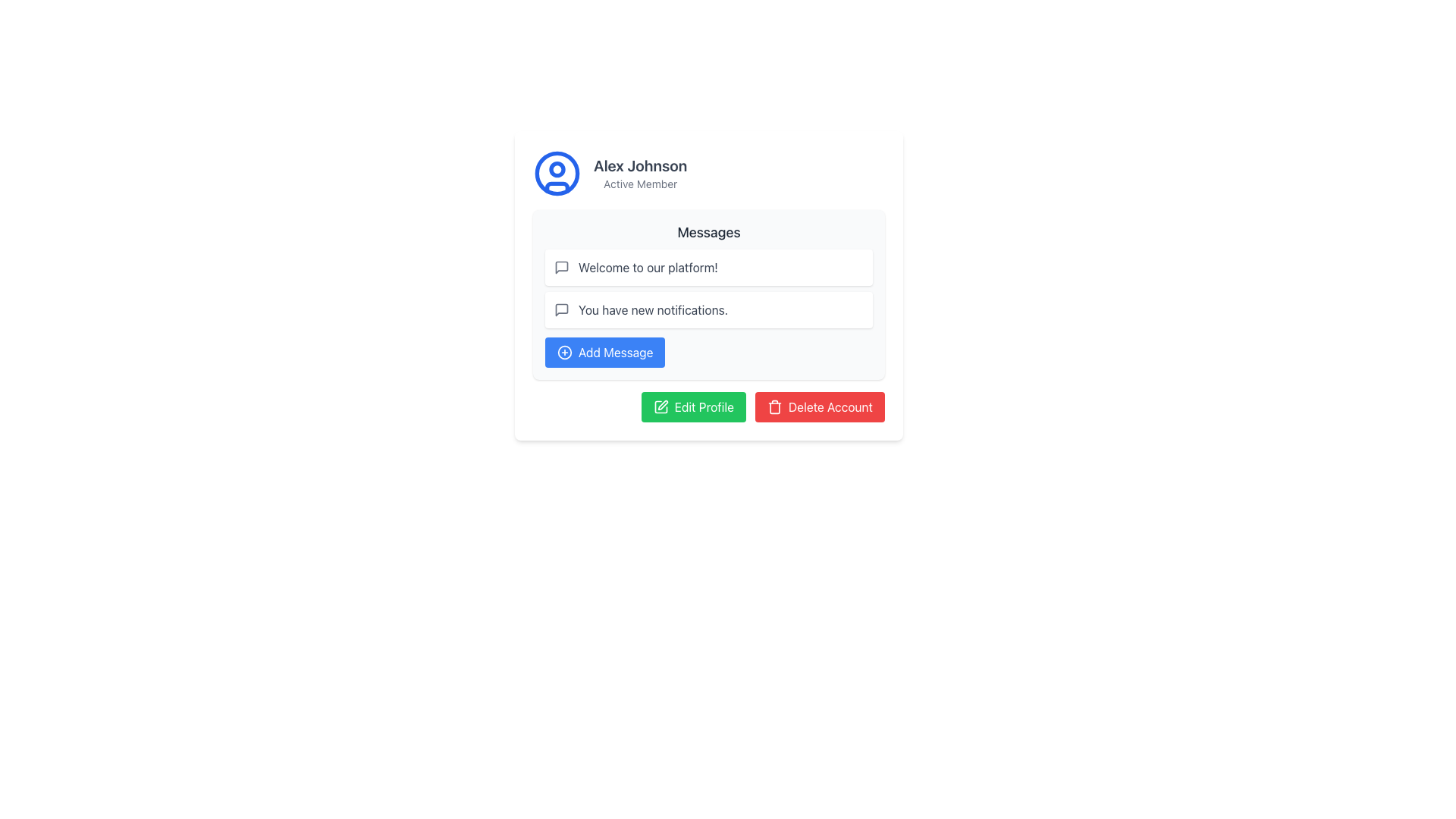 Image resolution: width=1456 pixels, height=819 pixels. What do you see at coordinates (661, 406) in the screenshot?
I see `the green square-shaped icon with a pen symbol inside, located within the 'Edit Profile' button` at bounding box center [661, 406].